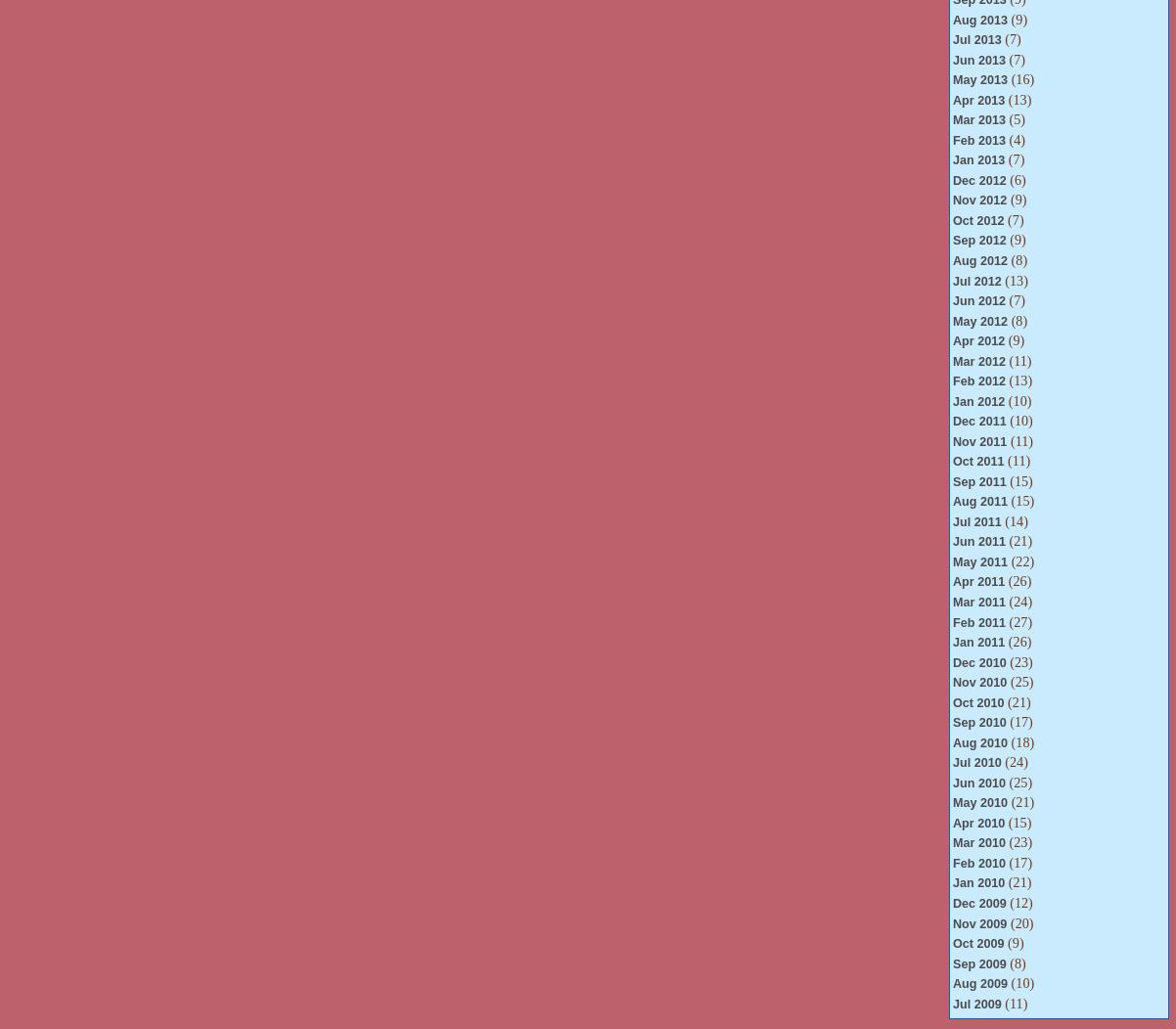 Image resolution: width=1176 pixels, height=1029 pixels. Describe the element at coordinates (978, 320) in the screenshot. I see `'May 2012'` at that location.